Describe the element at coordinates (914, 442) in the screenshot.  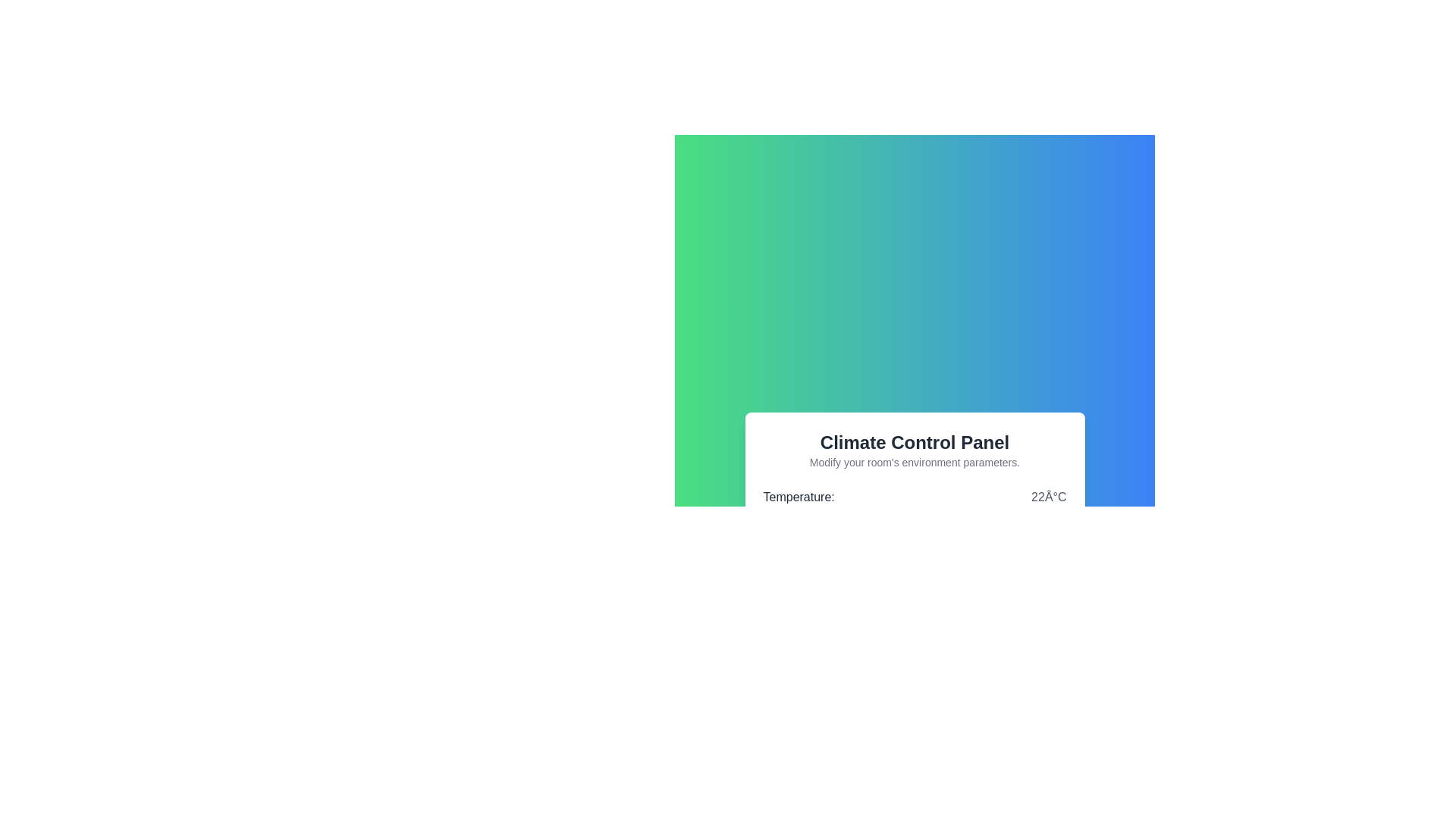
I see `the heading labeled 'Climate Control Panel', which is prominently displayed in bold black font, located above the text 'Modify your room's environment parameters'` at that location.